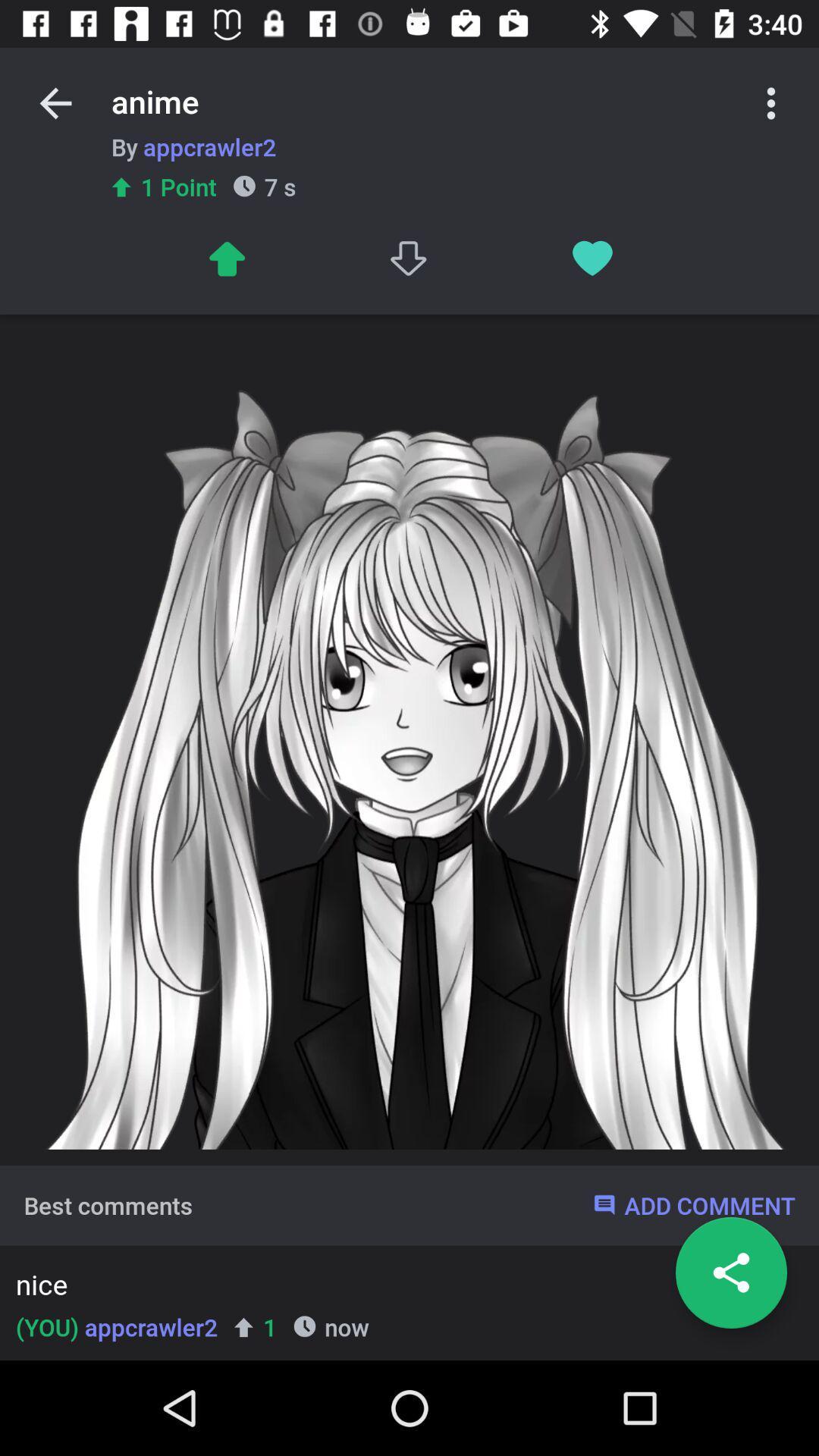 The image size is (819, 1456). What do you see at coordinates (226, 259) in the screenshot?
I see `the arrow_upward icon` at bounding box center [226, 259].